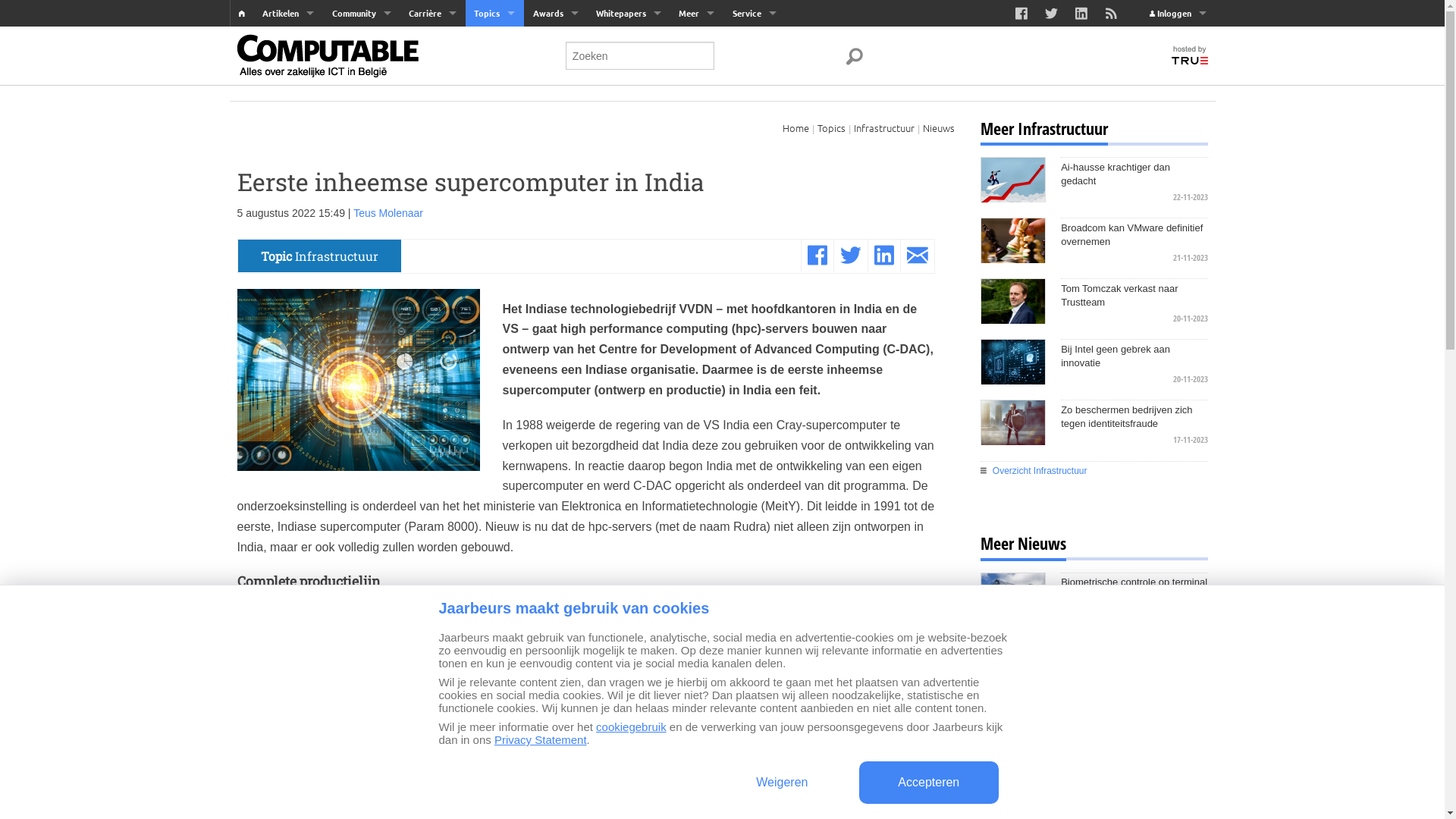 The width and height of the screenshot is (1456, 819). Describe the element at coordinates (628, 13) in the screenshot. I see `'Whitepapers'` at that location.